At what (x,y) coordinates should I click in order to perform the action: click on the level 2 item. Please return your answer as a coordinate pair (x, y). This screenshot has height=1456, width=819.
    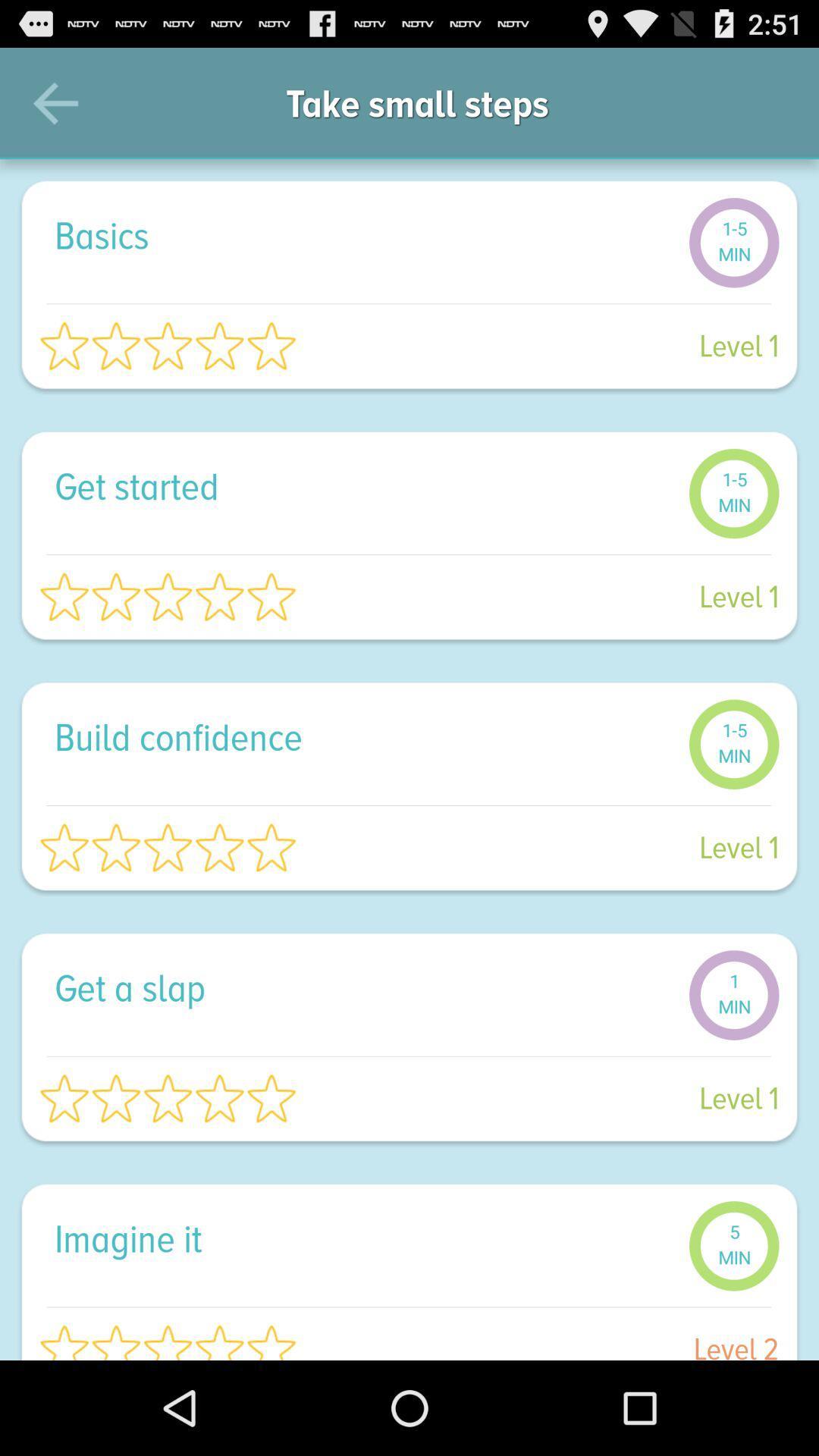
    Looking at the image, I should click on (546, 1346).